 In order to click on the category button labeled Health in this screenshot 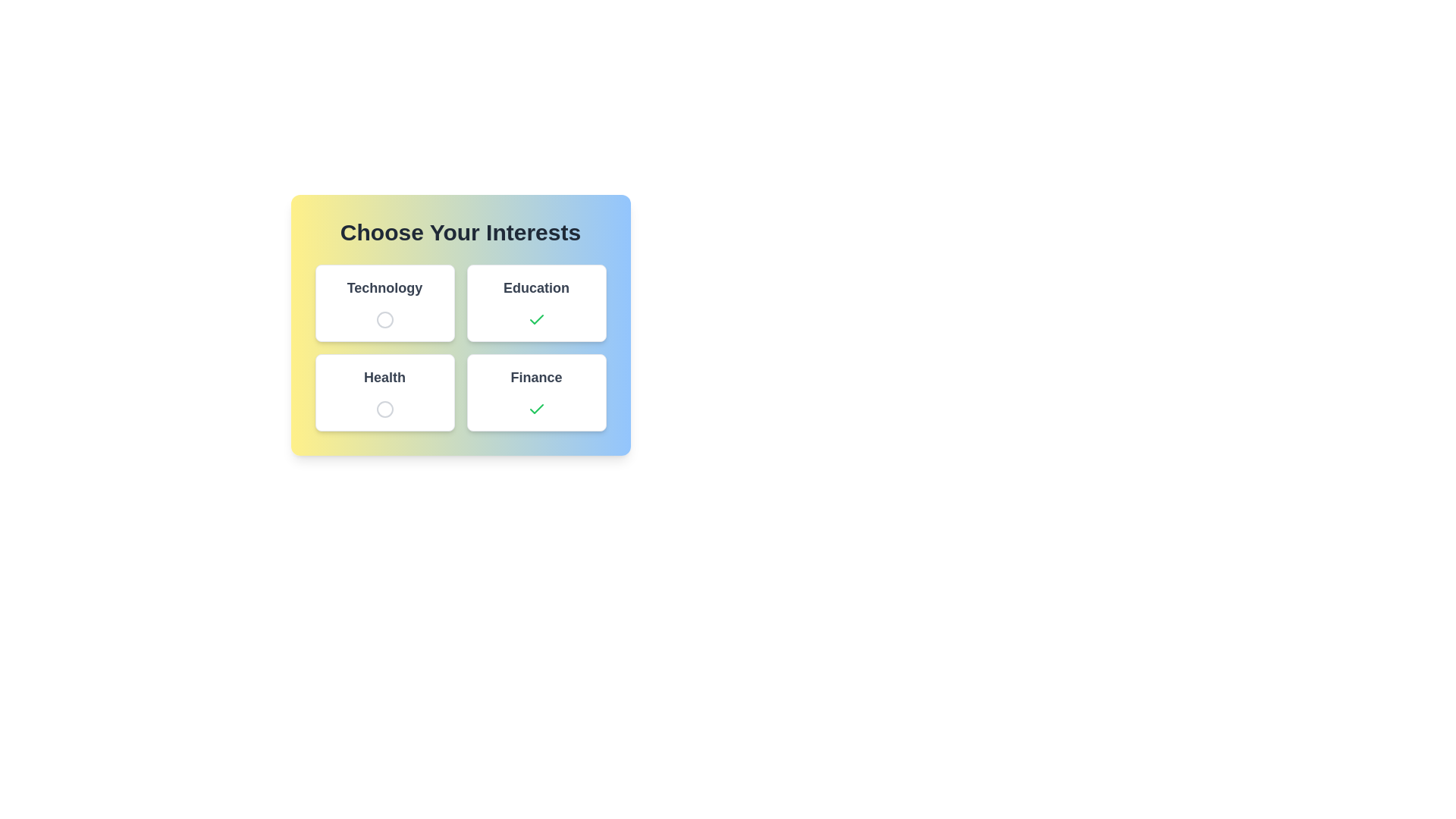, I will do `click(384, 391)`.